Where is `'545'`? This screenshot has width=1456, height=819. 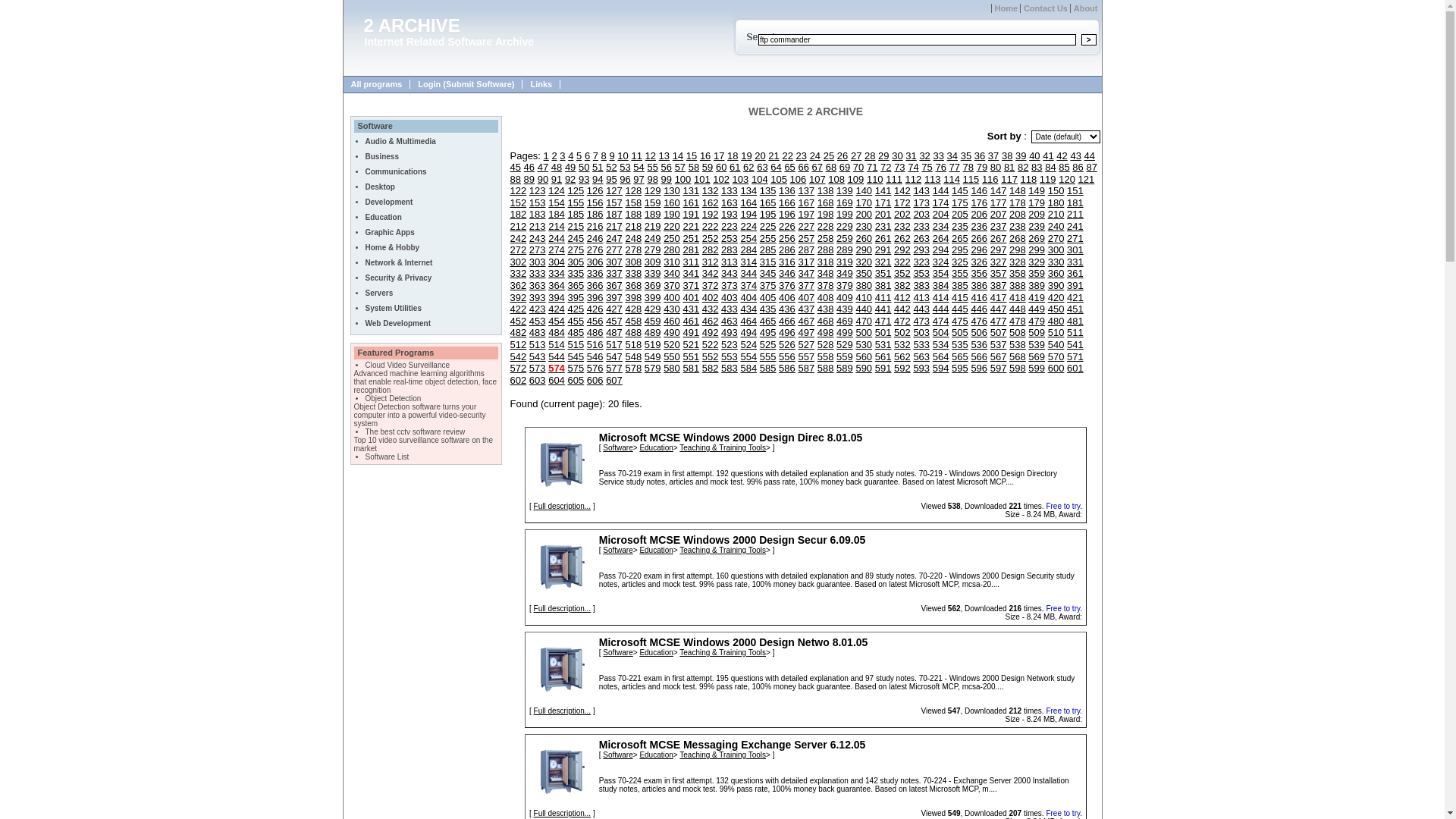 '545' is located at coordinates (574, 356).